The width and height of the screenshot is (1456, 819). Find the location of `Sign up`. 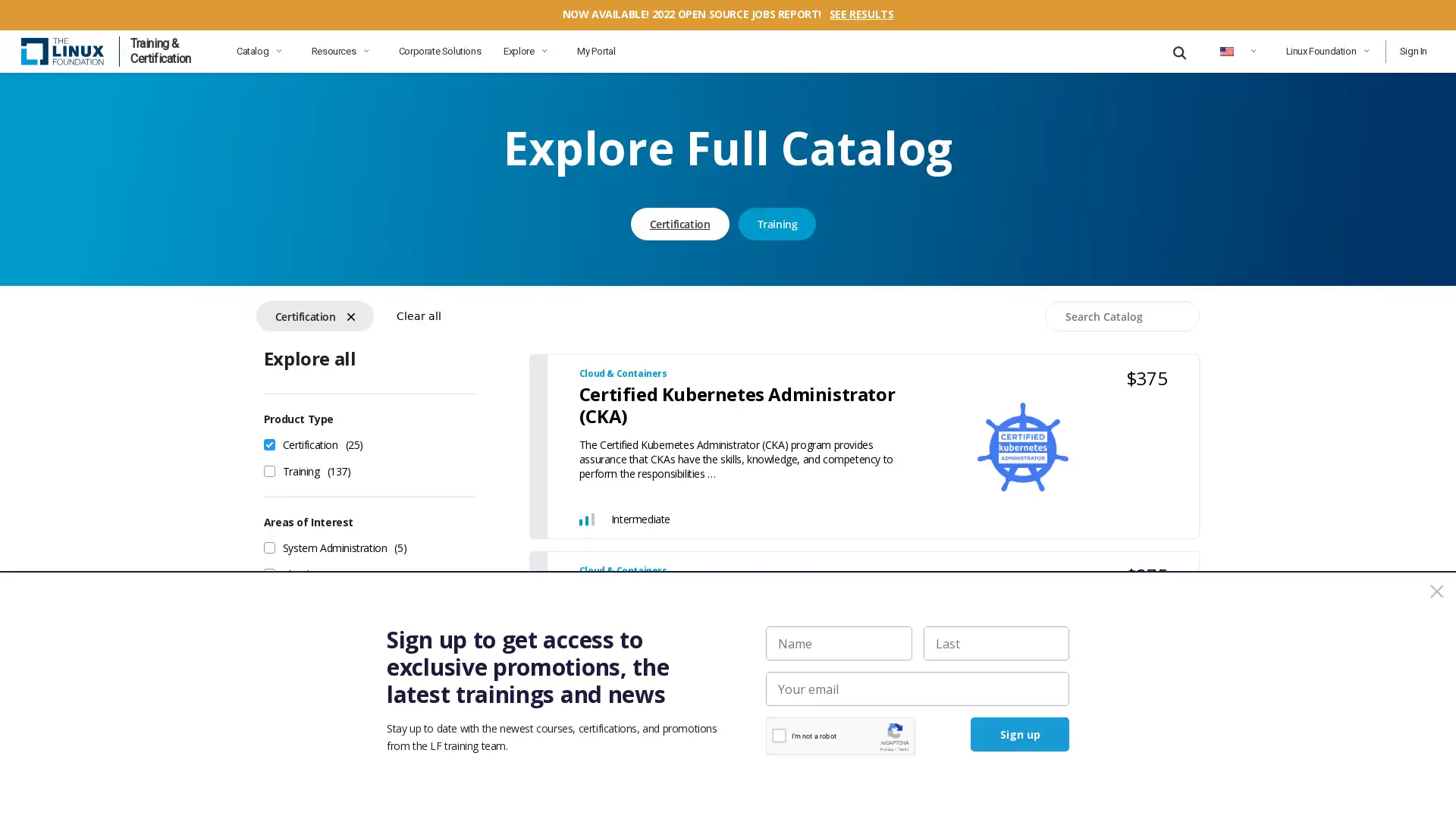

Sign up is located at coordinates (1019, 733).